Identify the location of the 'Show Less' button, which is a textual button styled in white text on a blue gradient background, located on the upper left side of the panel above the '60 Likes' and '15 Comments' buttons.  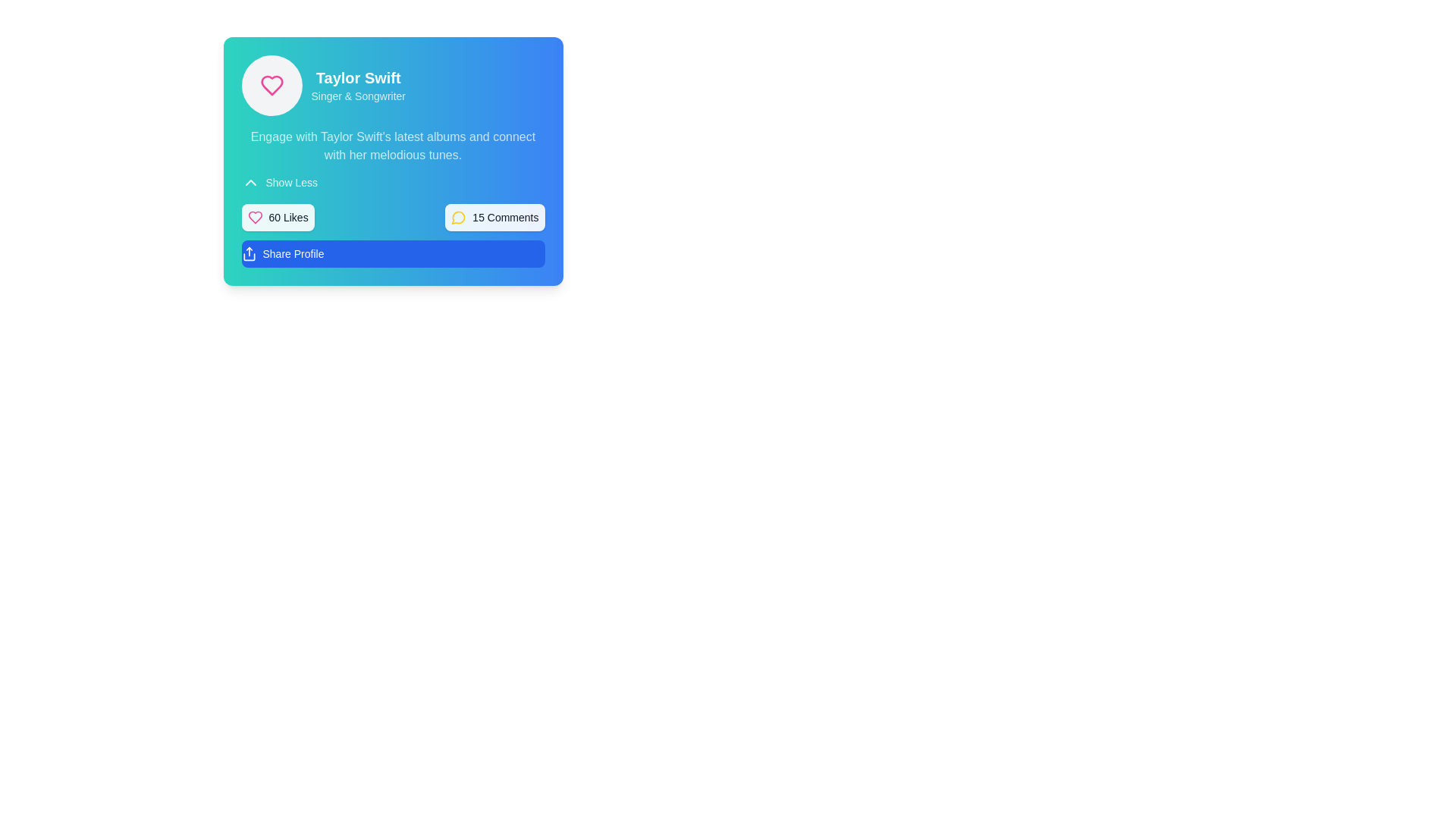
(291, 181).